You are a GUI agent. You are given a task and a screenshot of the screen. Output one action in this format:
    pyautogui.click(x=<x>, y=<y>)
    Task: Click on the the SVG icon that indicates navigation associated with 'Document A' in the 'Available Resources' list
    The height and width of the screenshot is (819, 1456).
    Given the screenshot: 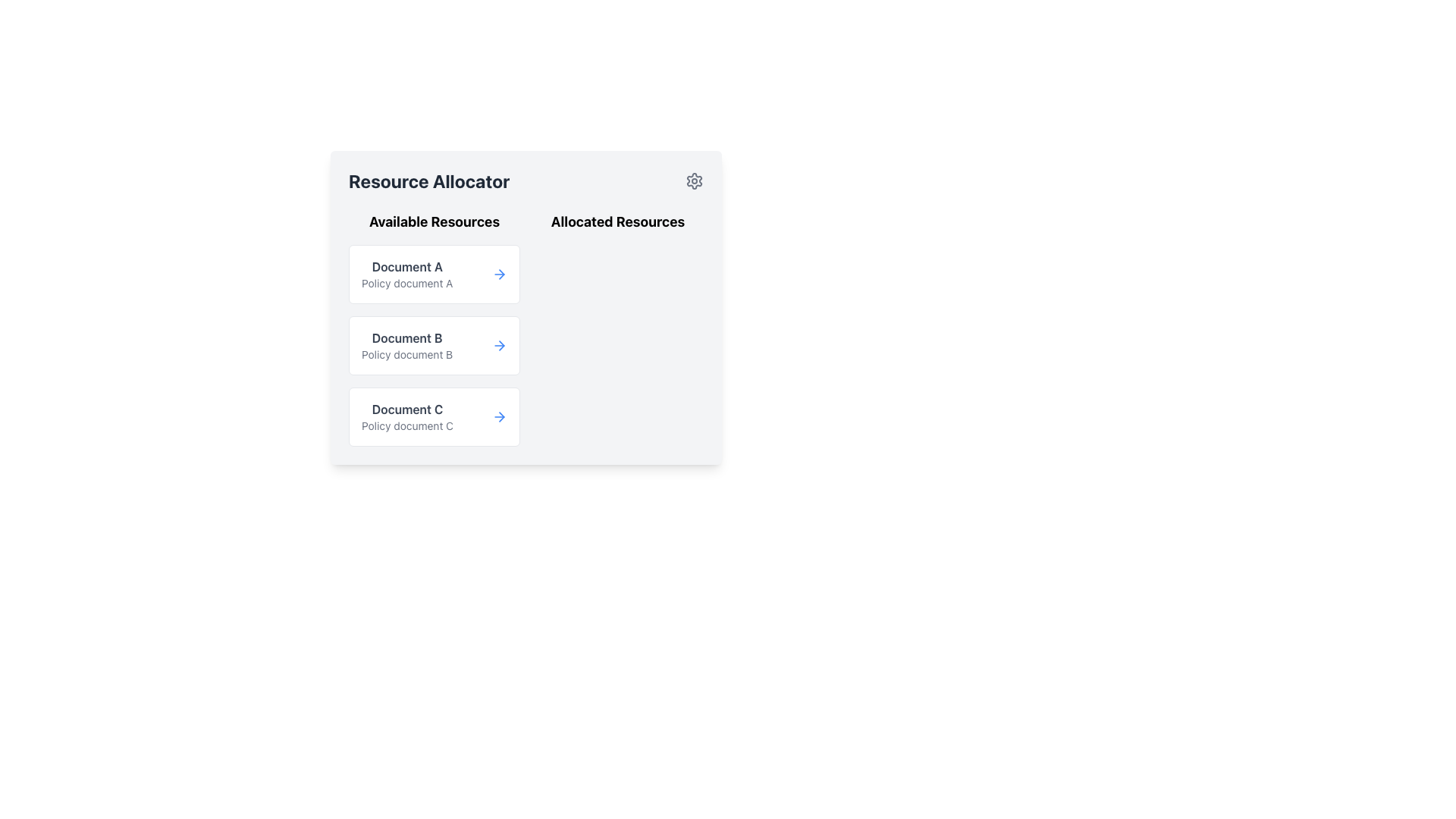 What is the action you would take?
    pyautogui.click(x=502, y=275)
    